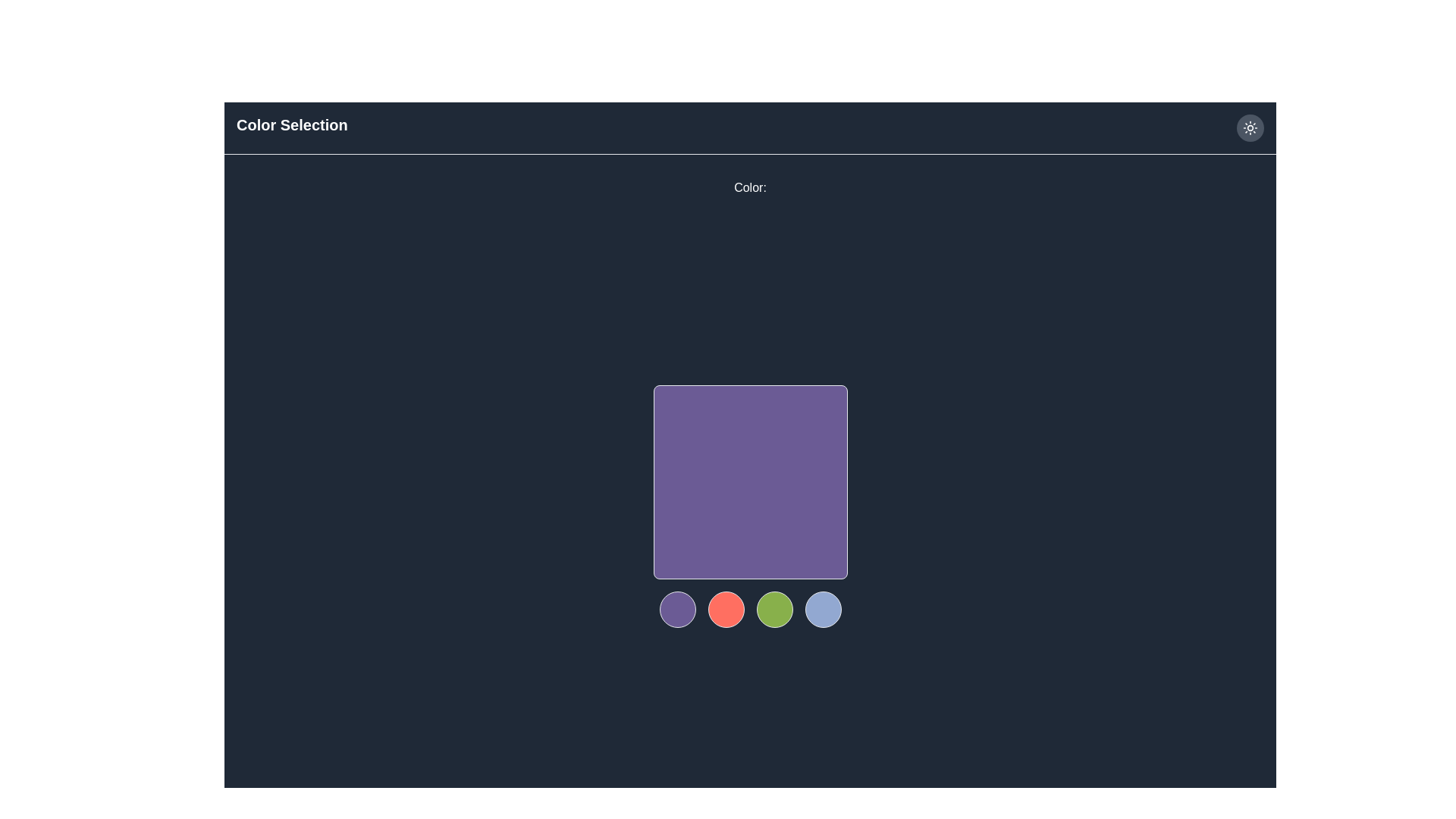 The height and width of the screenshot is (819, 1456). Describe the element at coordinates (715, 608) in the screenshot. I see `the red circular element located centrally beneath a large purple square` at that location.